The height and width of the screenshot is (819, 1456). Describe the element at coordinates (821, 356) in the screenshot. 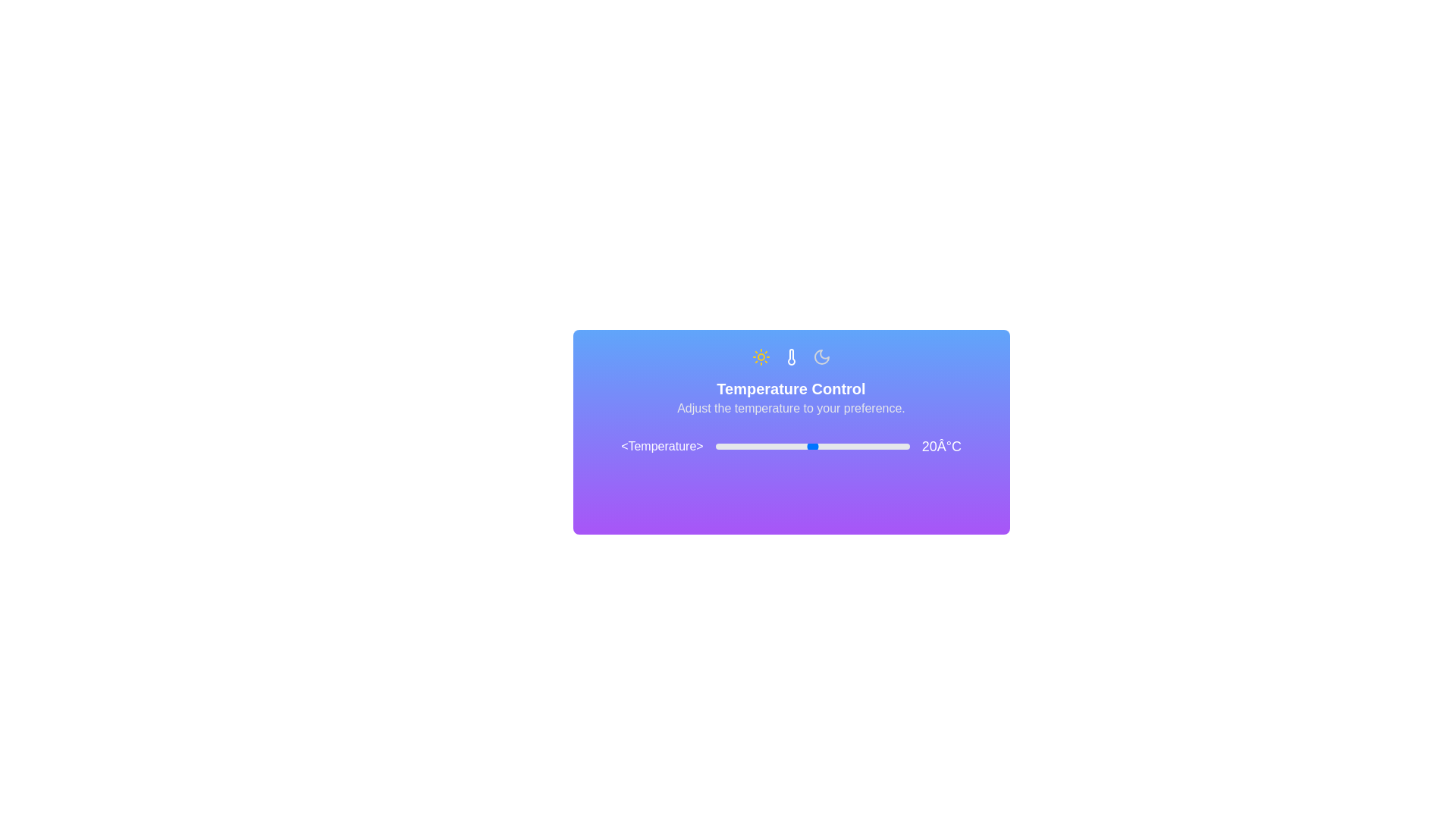

I see `the Moon icon to inspect its functionality` at that location.